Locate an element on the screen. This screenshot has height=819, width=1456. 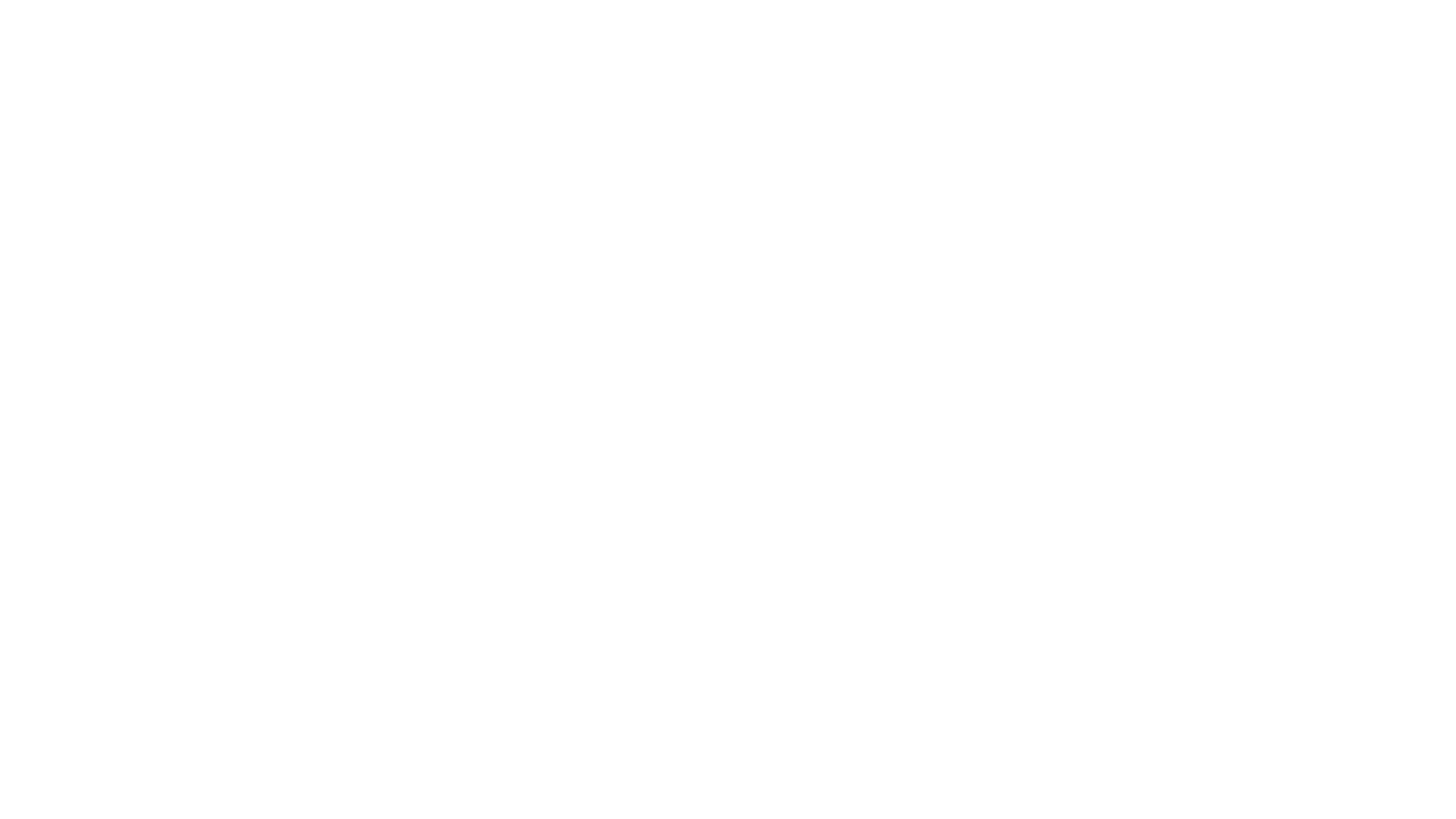
Search is located at coordinates (1149, 32).